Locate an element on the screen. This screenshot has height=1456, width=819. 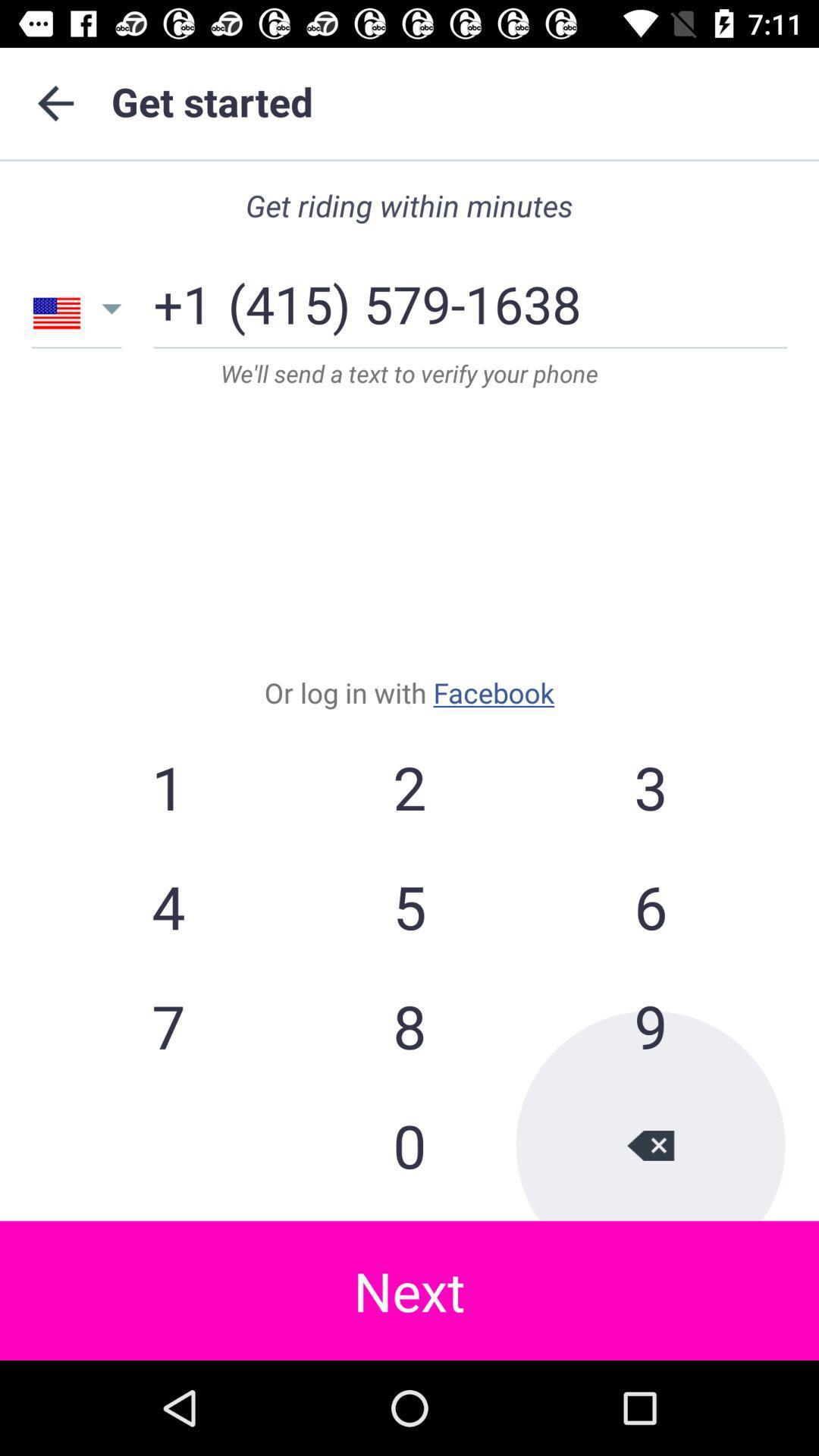
the 0 icon is located at coordinates (409, 1145).